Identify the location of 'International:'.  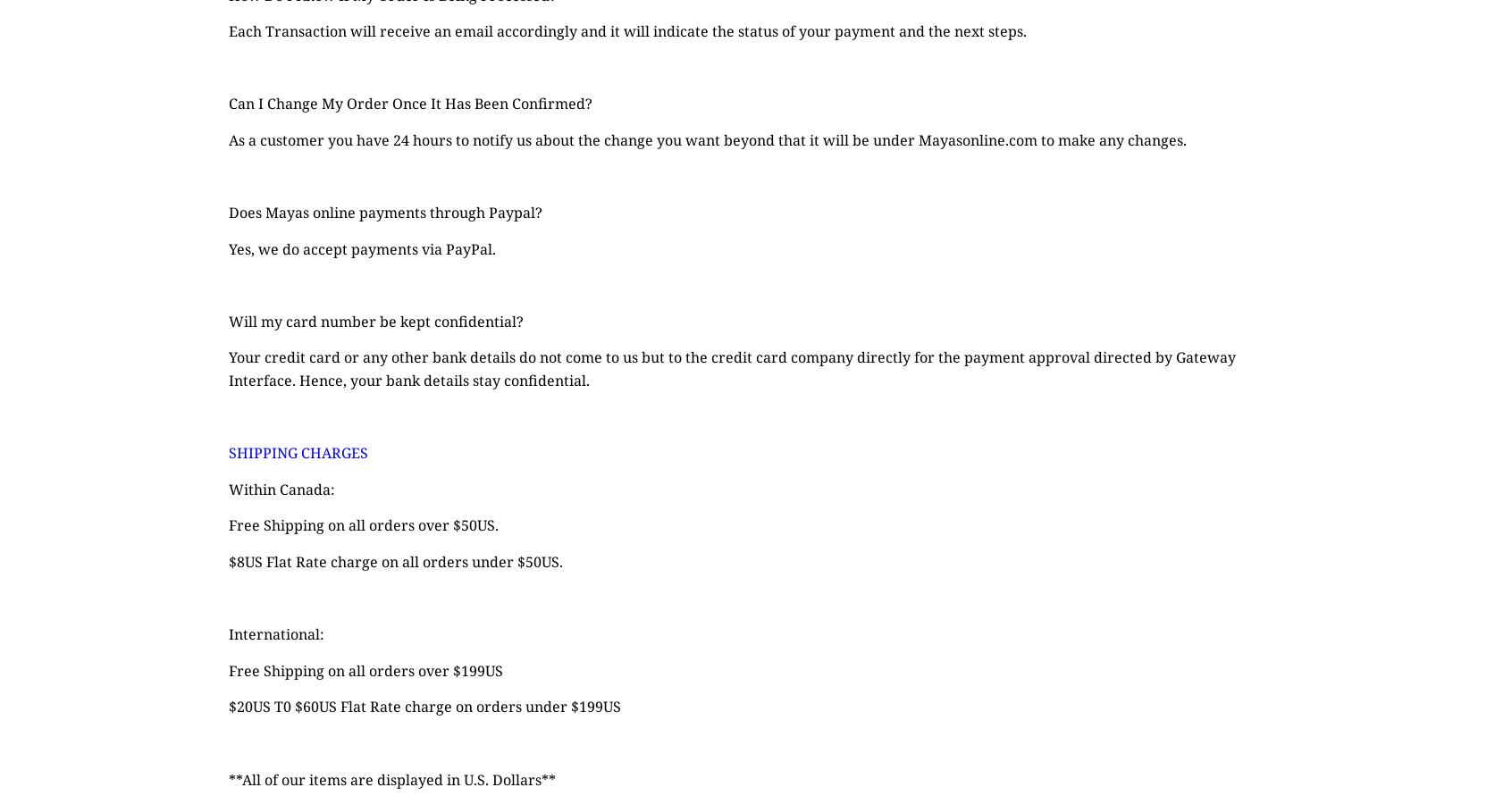
(275, 633).